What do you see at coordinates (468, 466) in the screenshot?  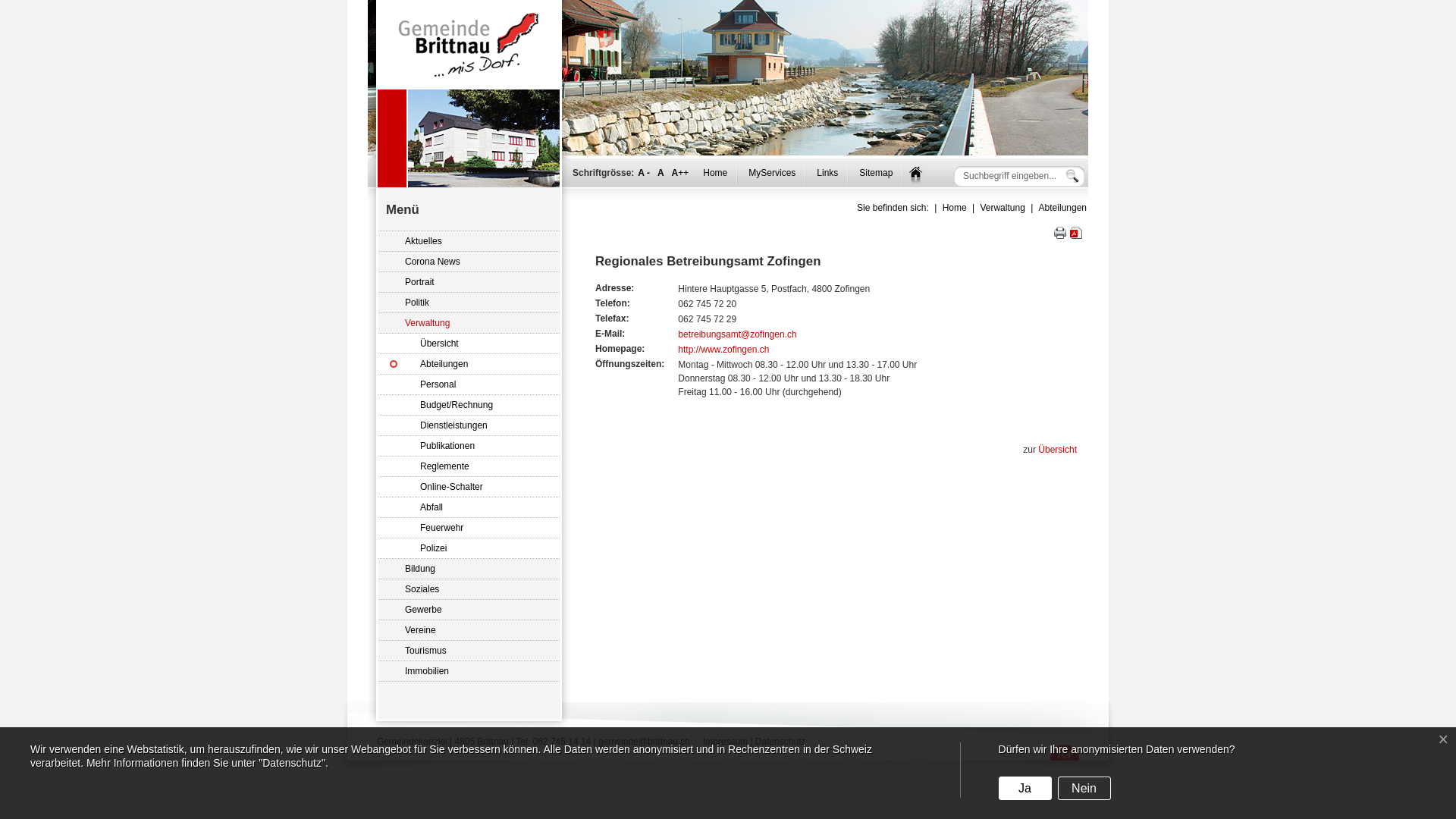 I see `'Reglemente'` at bounding box center [468, 466].